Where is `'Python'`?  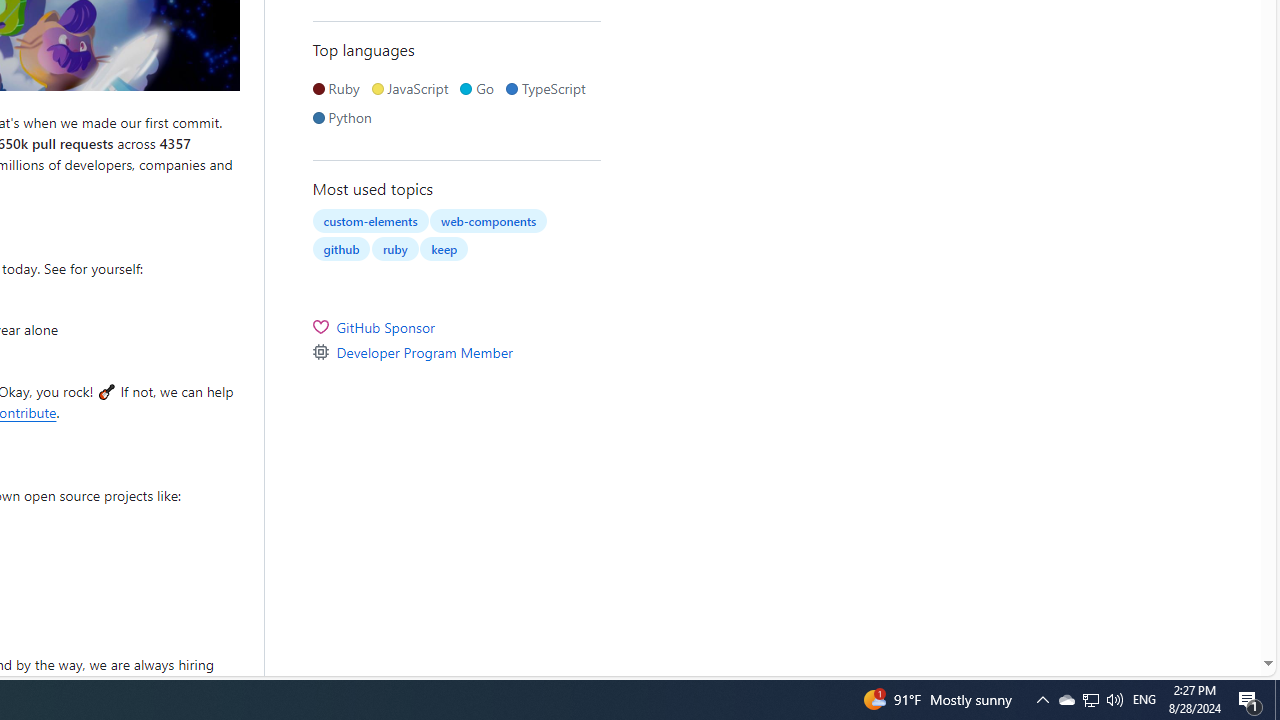 'Python' is located at coordinates (346, 117).